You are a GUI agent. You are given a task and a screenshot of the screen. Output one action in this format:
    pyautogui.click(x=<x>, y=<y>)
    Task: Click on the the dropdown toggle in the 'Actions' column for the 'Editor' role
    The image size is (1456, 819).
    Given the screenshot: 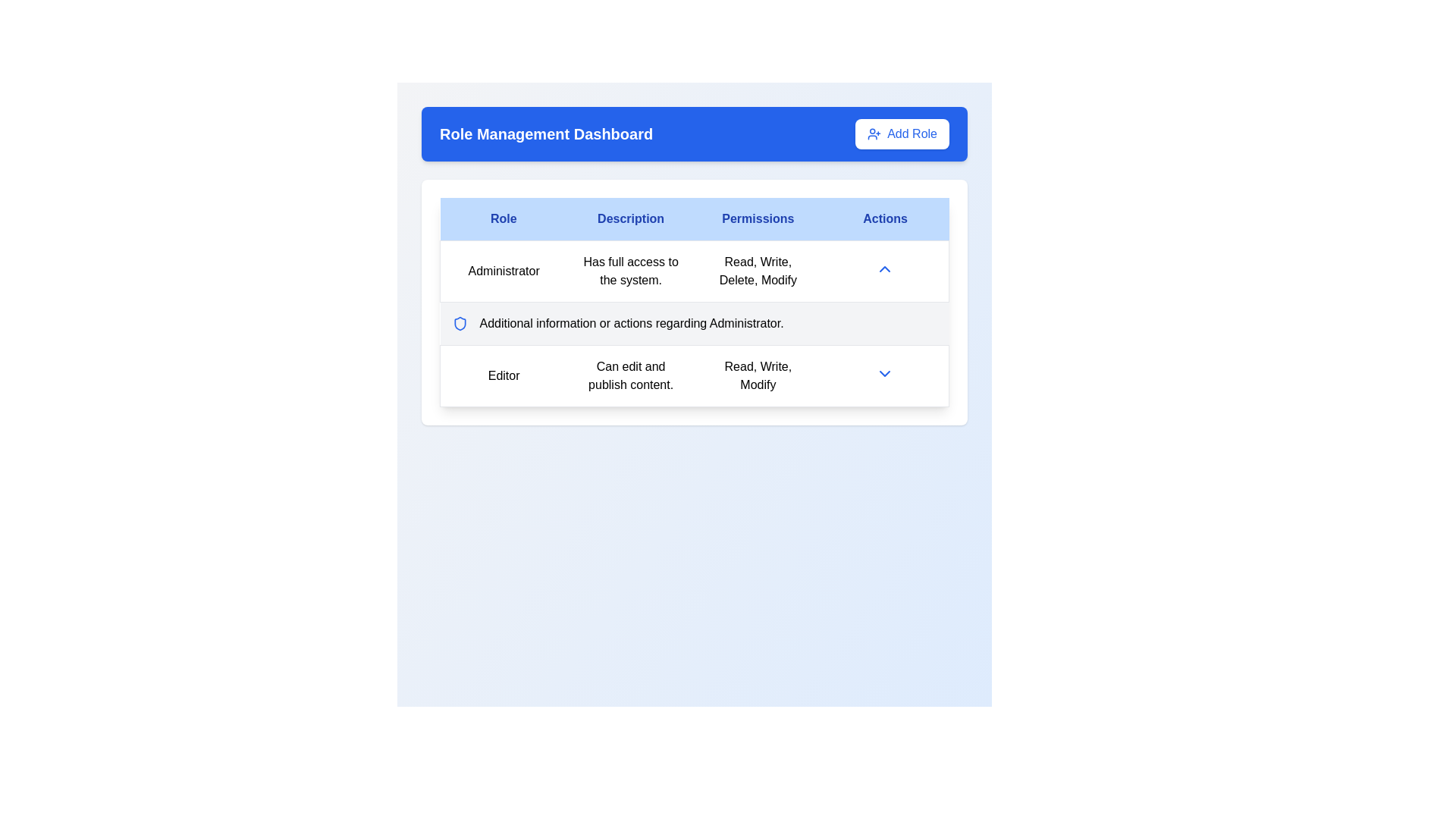 What is the action you would take?
    pyautogui.click(x=885, y=373)
    